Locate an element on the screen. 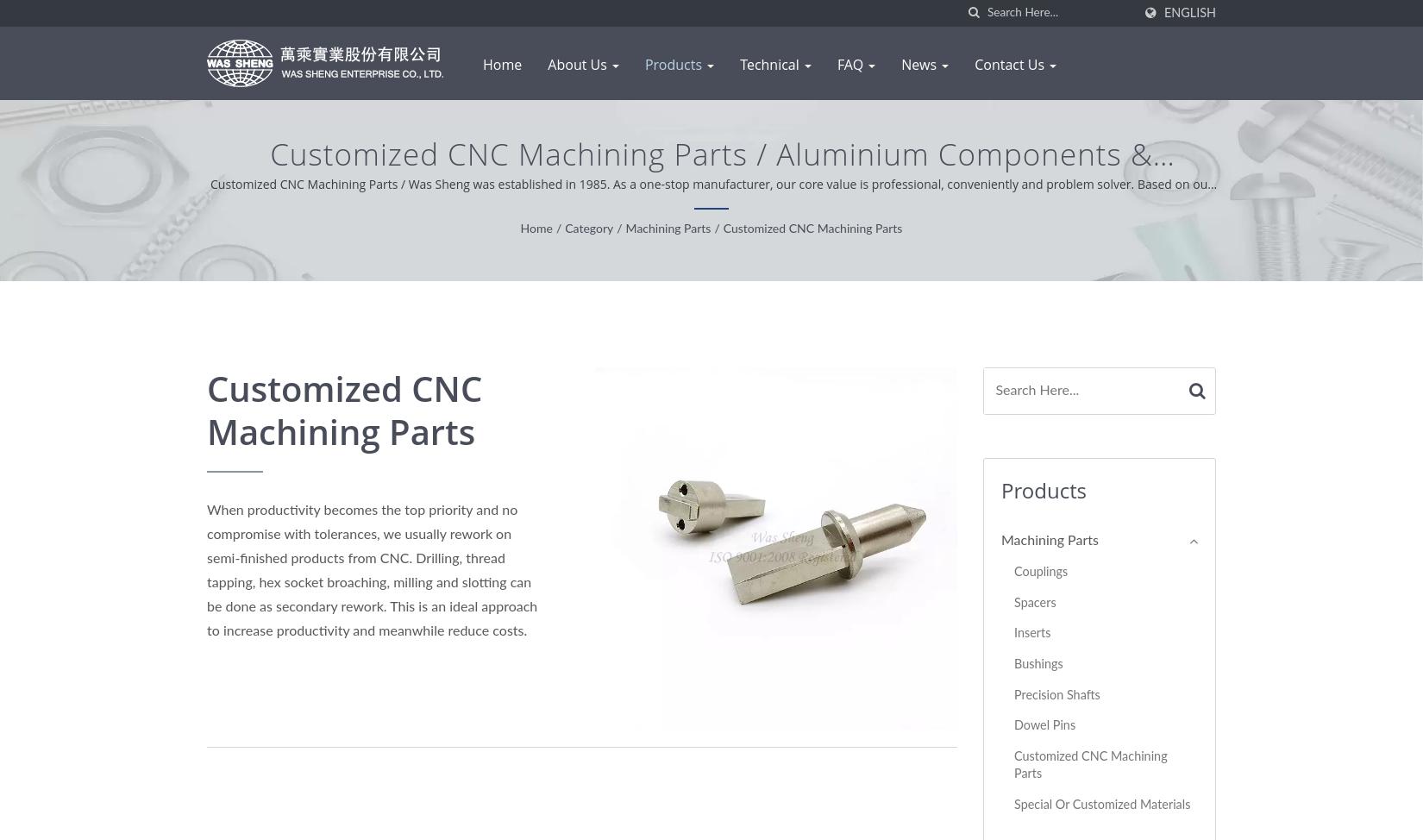 The height and width of the screenshot is (840, 1423). 'Technical' is located at coordinates (770, 64).